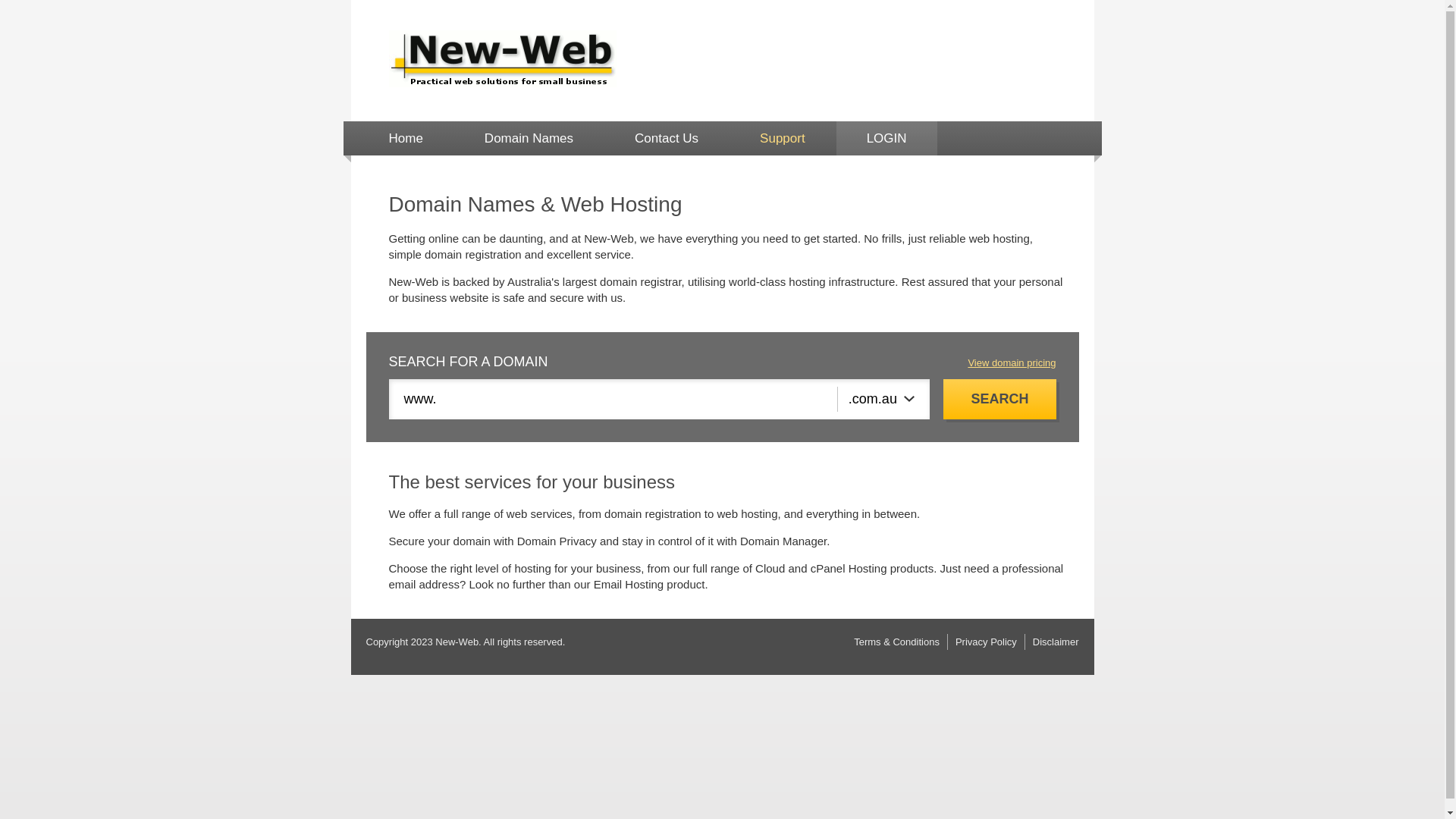  I want to click on 'Terms & Conditions', so click(854, 642).